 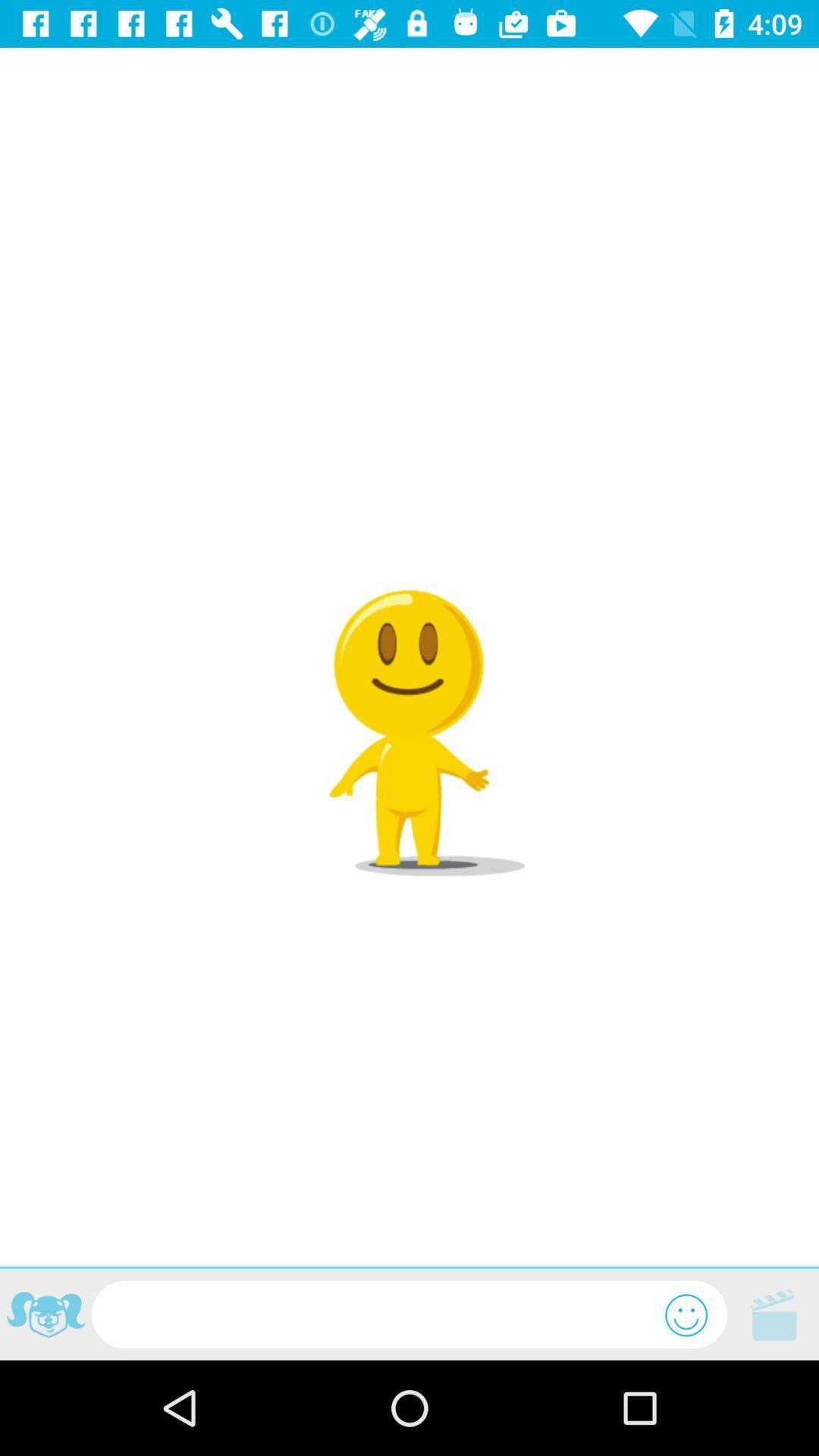 I want to click on image blink, so click(x=45, y=1316).